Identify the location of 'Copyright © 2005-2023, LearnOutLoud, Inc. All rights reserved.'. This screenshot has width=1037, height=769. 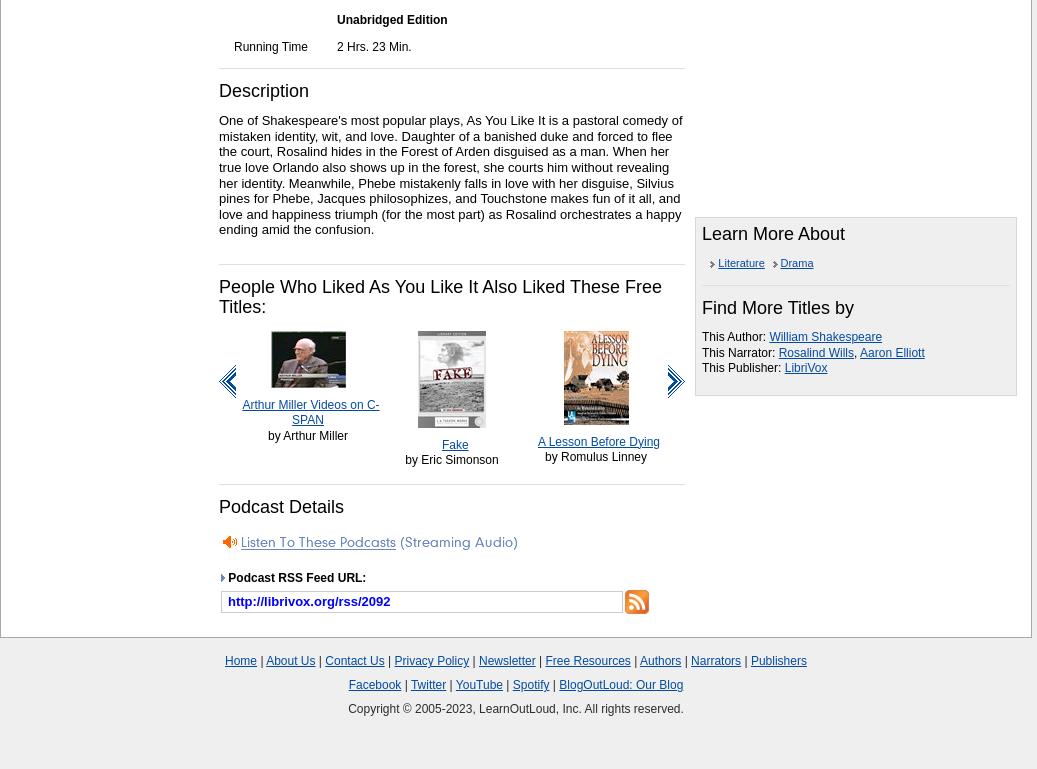
(347, 708).